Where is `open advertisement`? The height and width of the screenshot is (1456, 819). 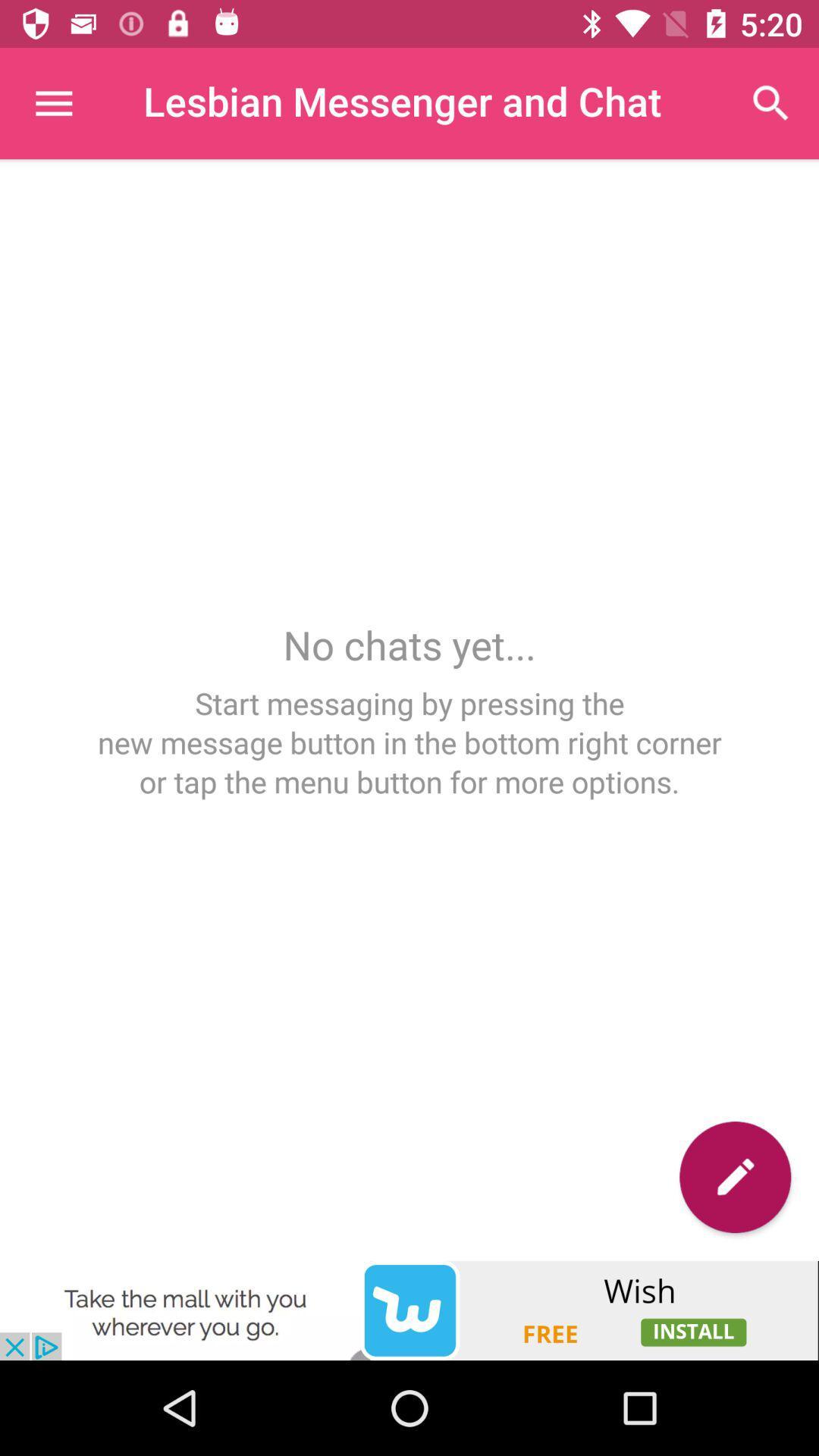
open advertisement is located at coordinates (409, 1310).